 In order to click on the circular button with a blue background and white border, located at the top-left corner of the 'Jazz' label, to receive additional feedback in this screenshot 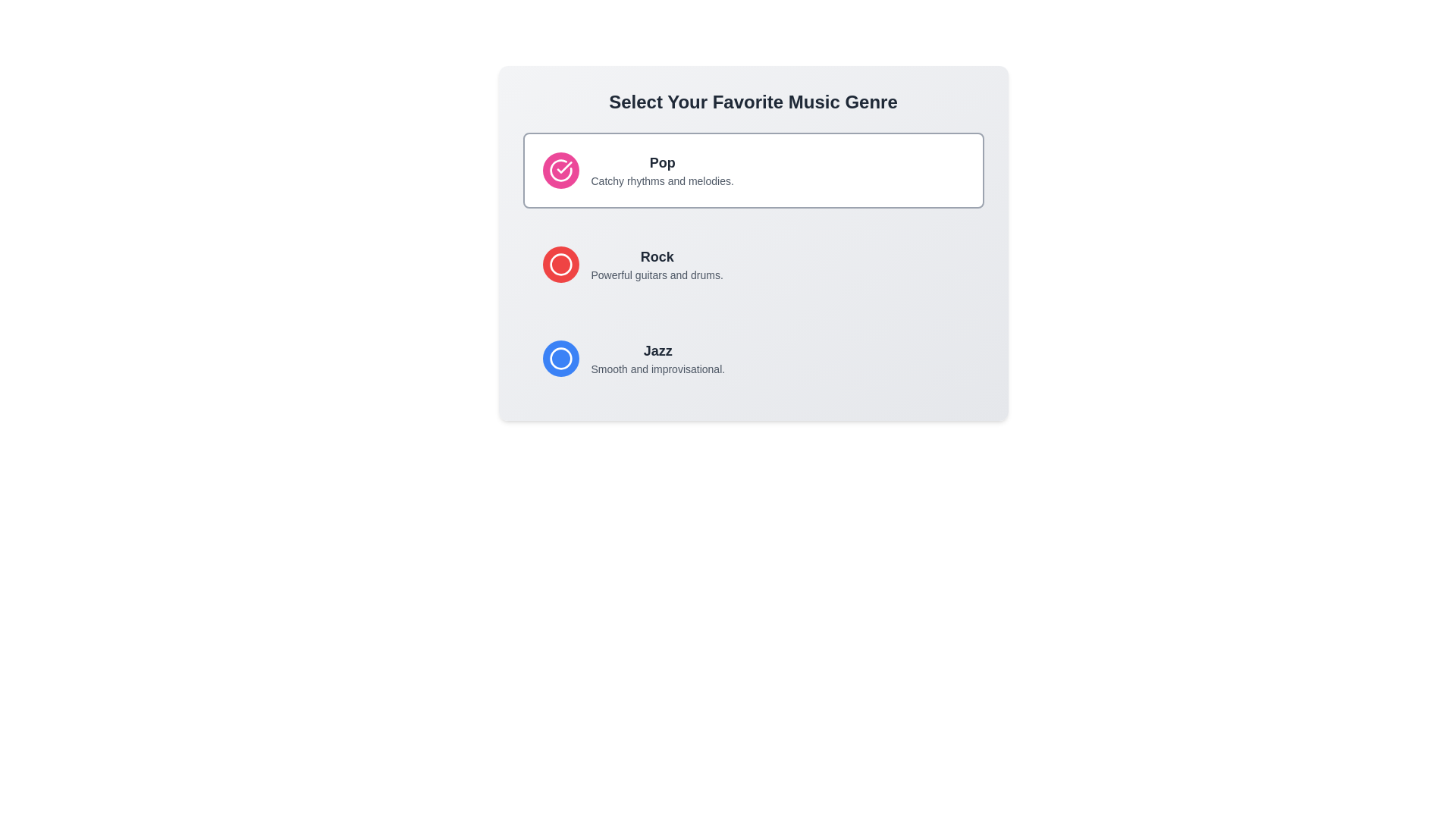, I will do `click(560, 359)`.